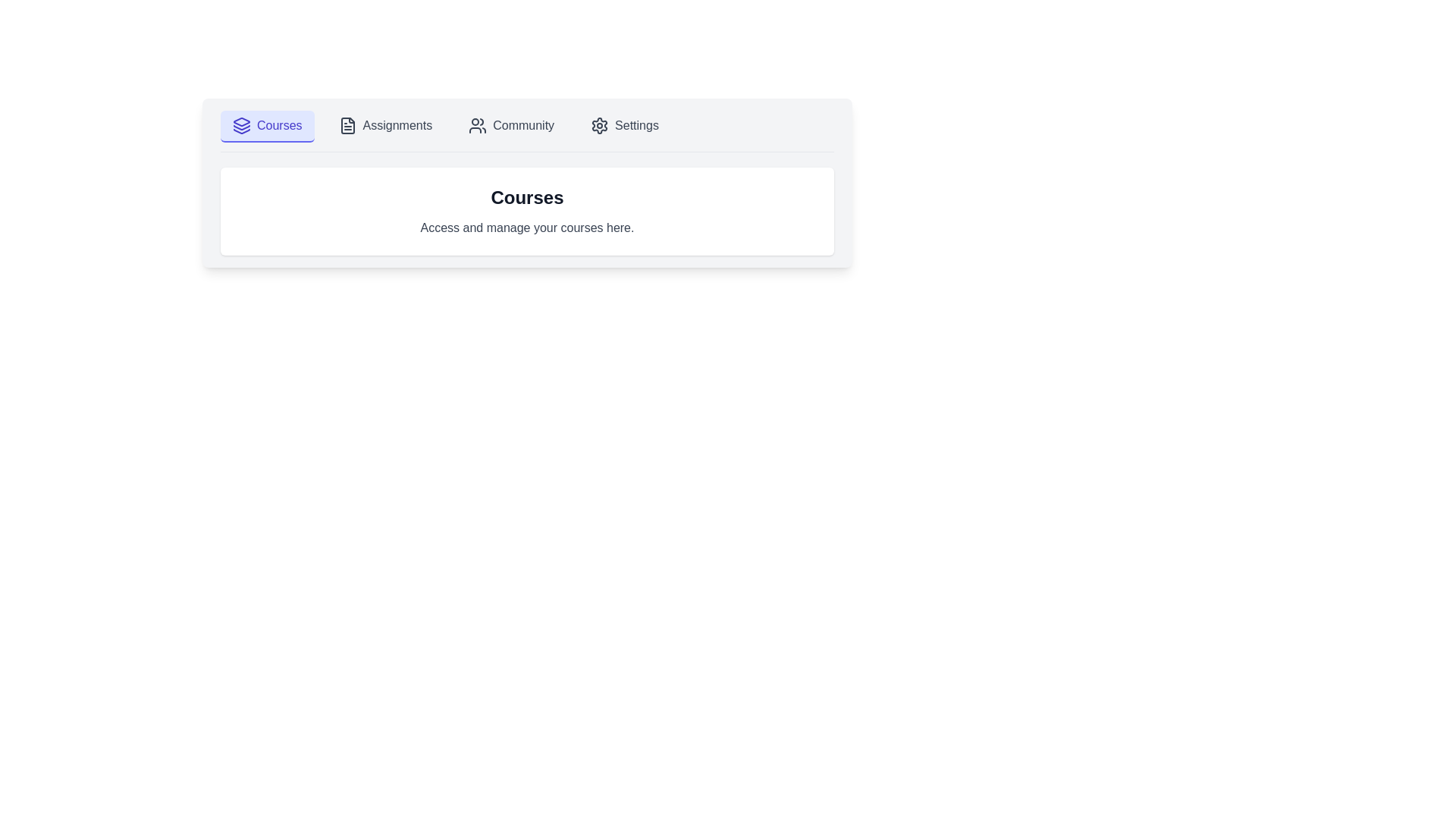 This screenshot has width=1456, height=819. I want to click on the bold heading text 'Courses' in black, prominently displayed at the top-center of the card's content area, so click(527, 197).